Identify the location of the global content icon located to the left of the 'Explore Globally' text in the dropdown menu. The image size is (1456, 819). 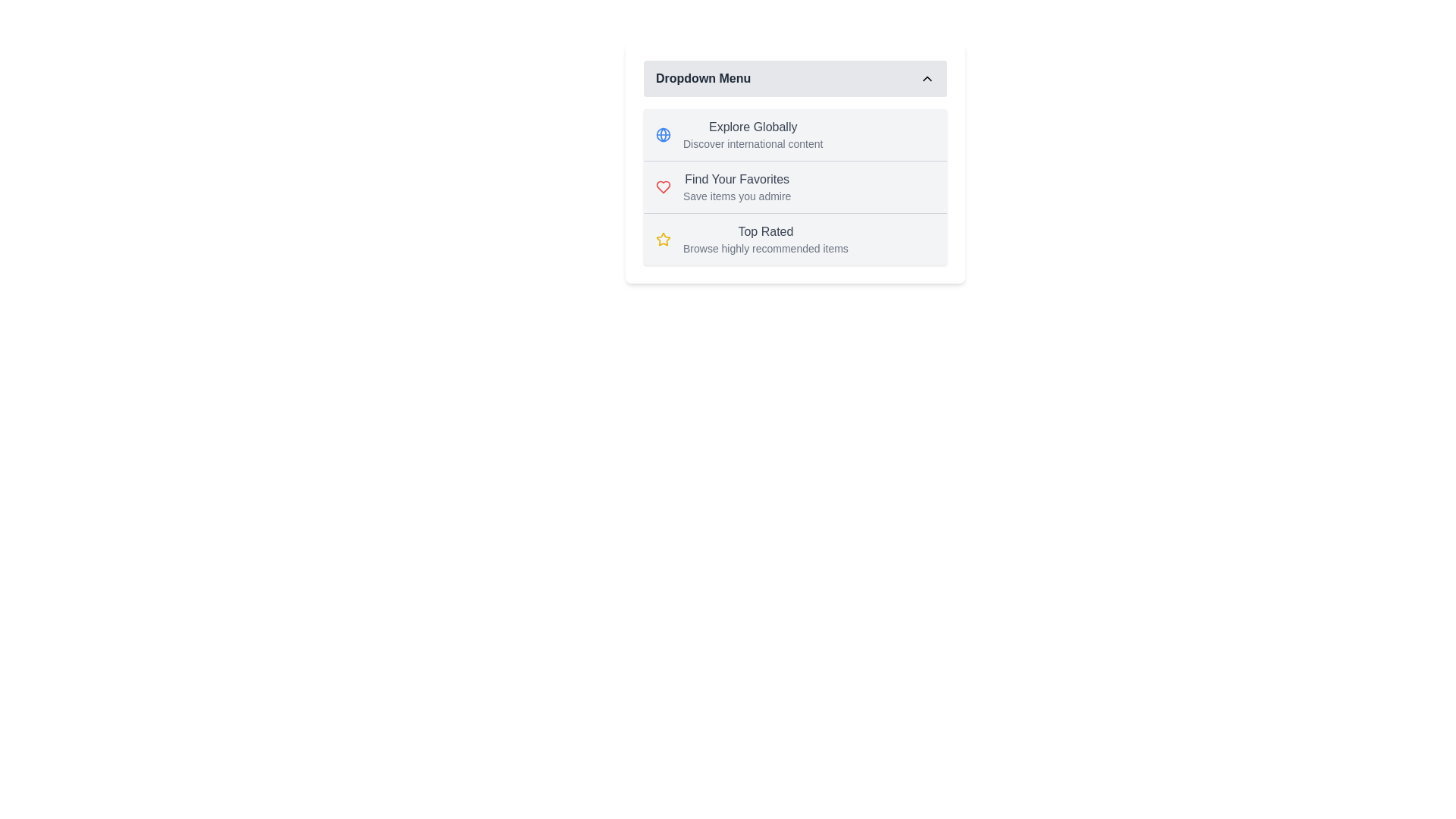
(663, 133).